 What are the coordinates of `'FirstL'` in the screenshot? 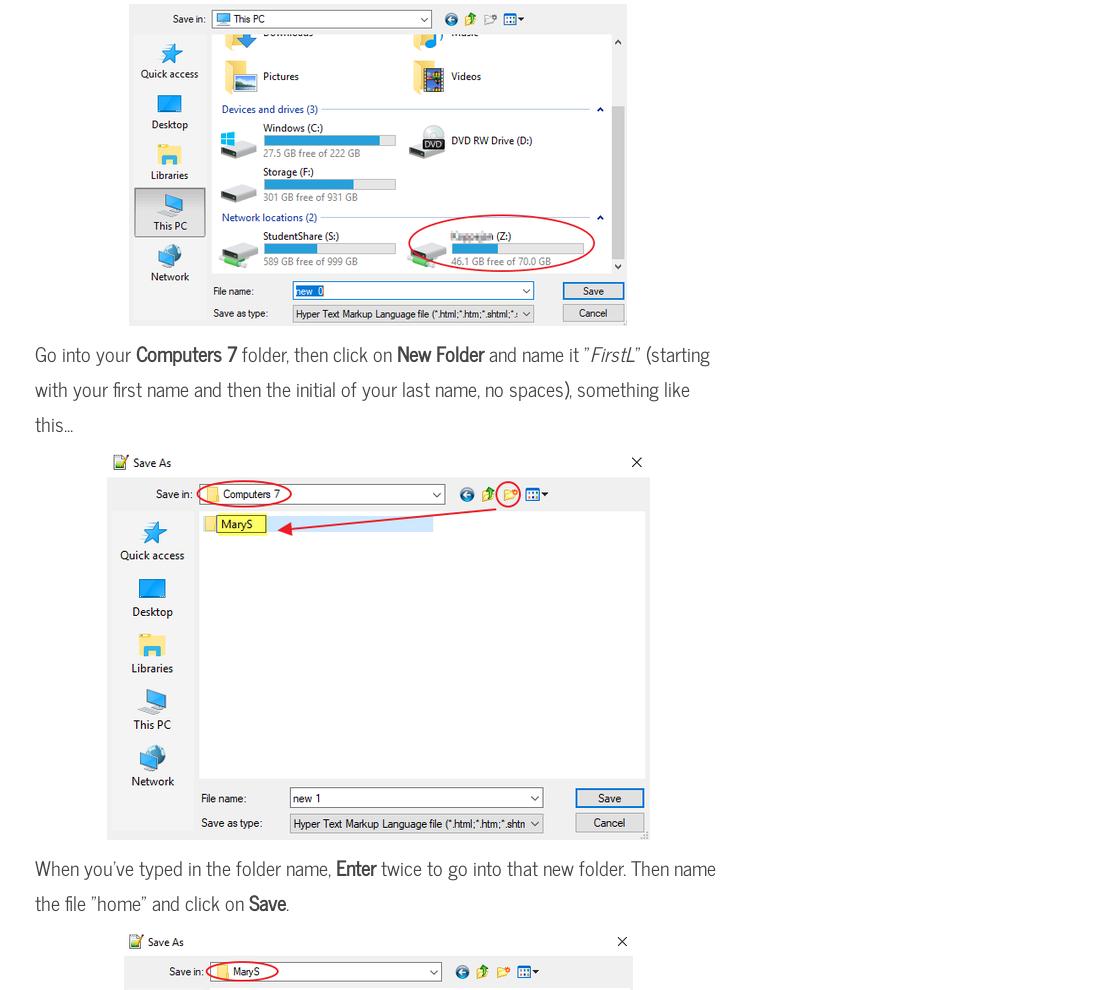 It's located at (611, 353).